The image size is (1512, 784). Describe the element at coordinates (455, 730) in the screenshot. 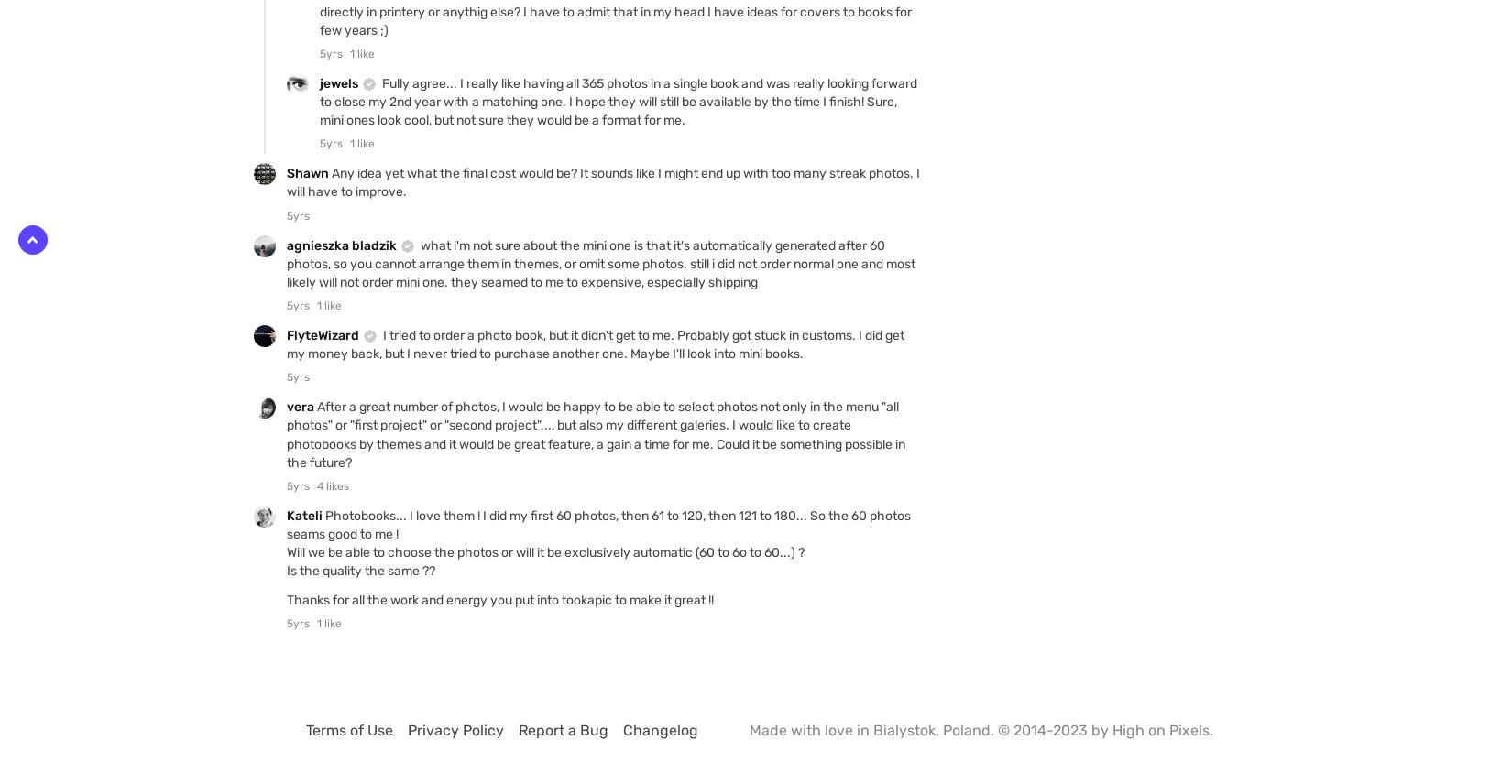

I see `'Privacy Policy'` at that location.